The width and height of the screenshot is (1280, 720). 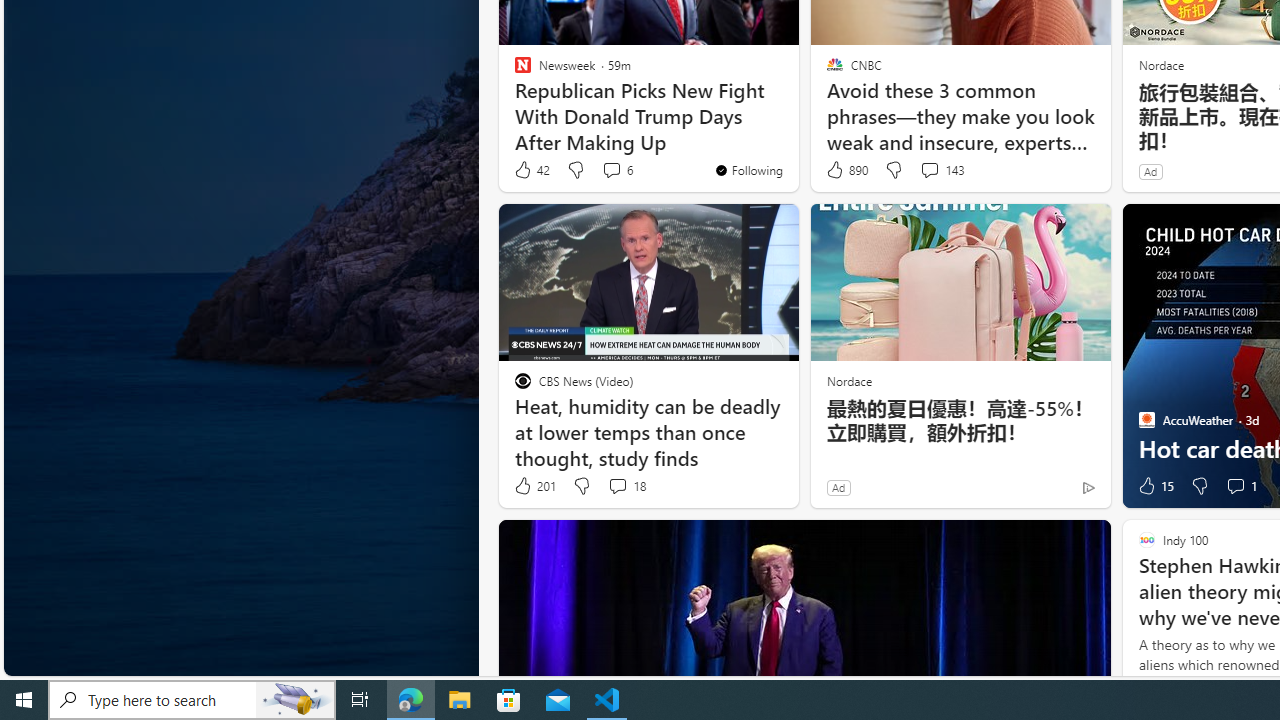 What do you see at coordinates (928, 168) in the screenshot?
I see `'View comments 143 Comment'` at bounding box center [928, 168].